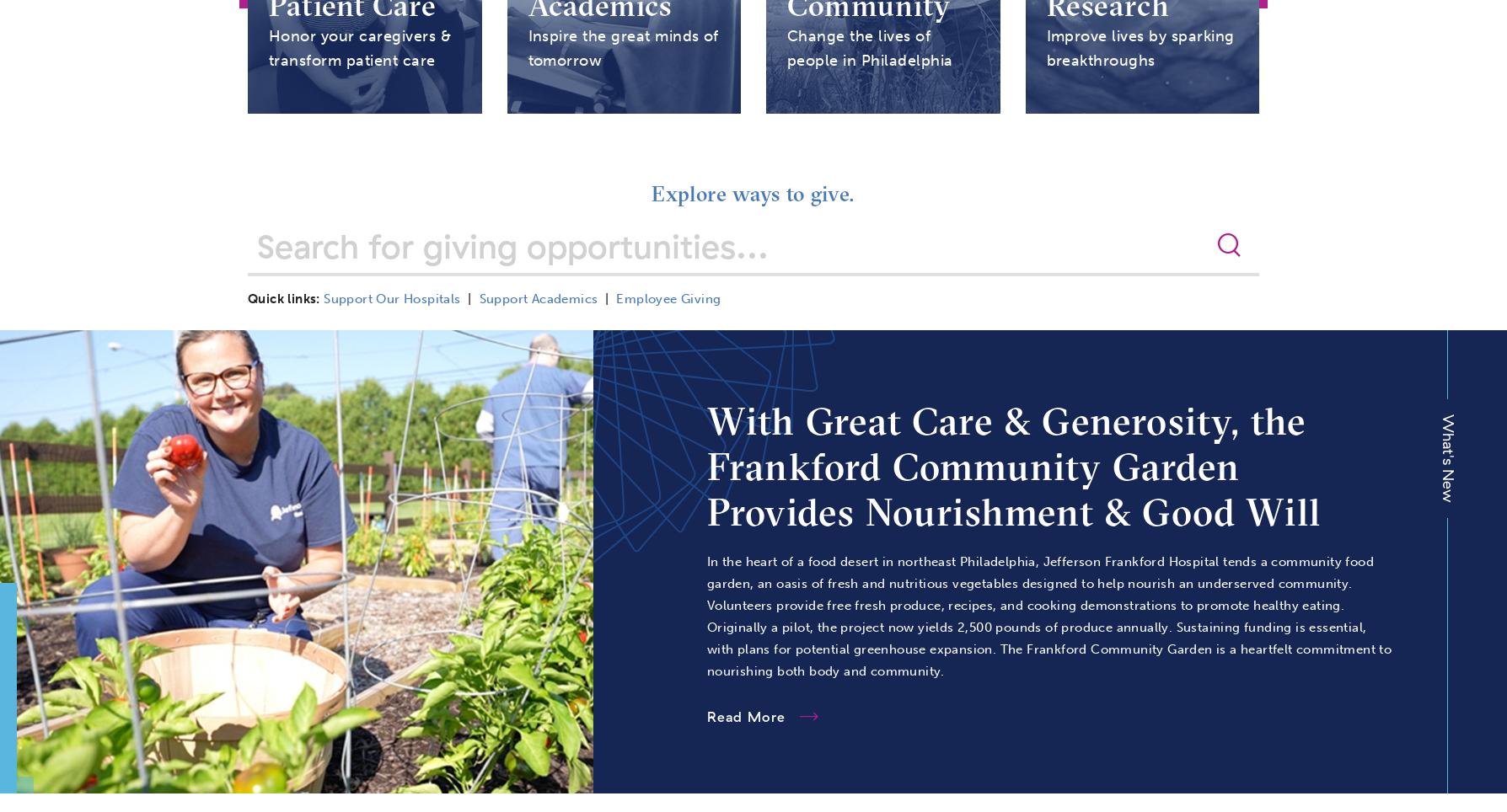  I want to click on 'Support Our Hospitals', so click(392, 298).